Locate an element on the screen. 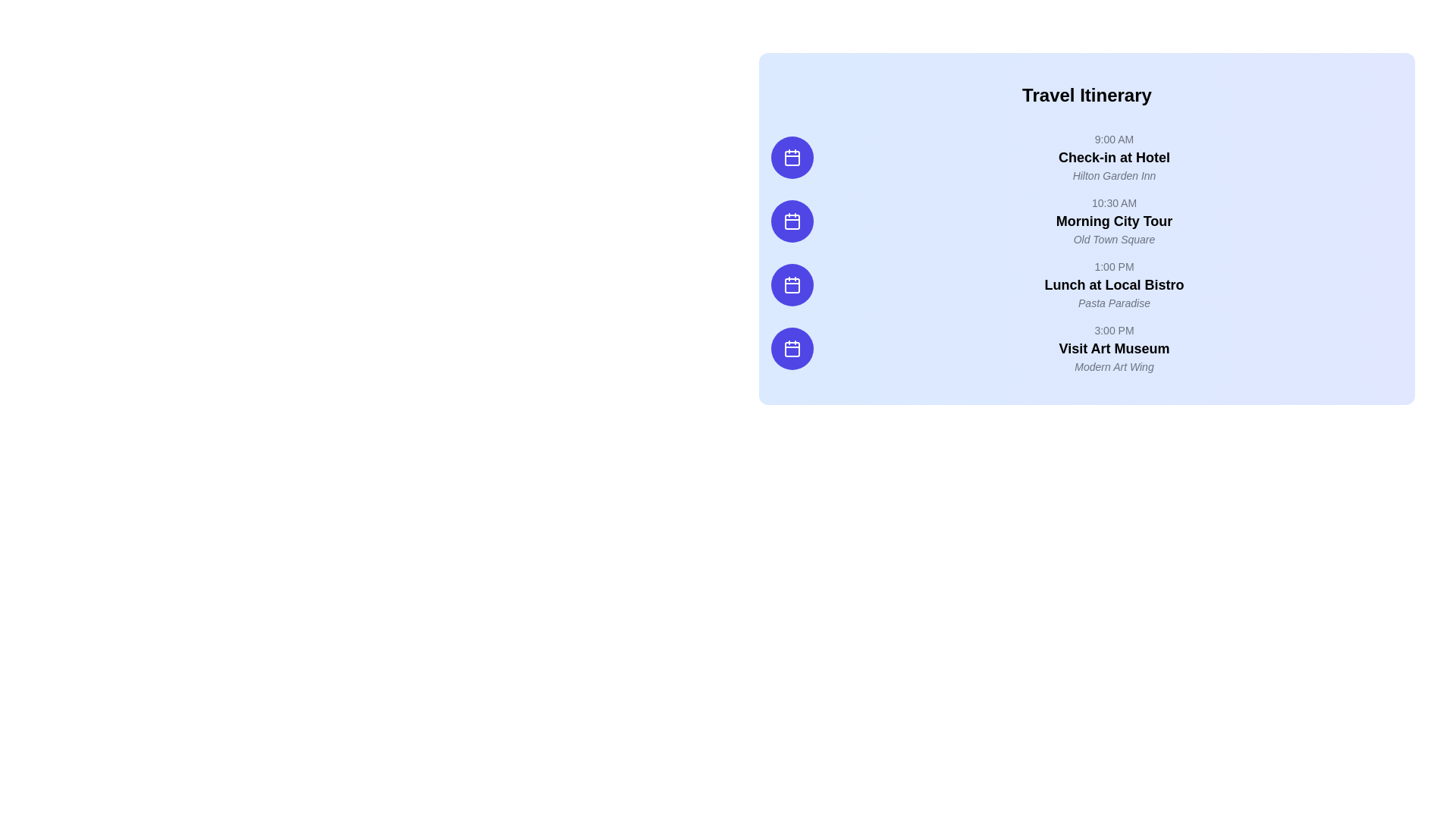 Image resolution: width=1456 pixels, height=819 pixels. the static text label displaying the time '9:00 AM' in light gray font, located at the top of the itinerary items group is located at coordinates (1114, 140).